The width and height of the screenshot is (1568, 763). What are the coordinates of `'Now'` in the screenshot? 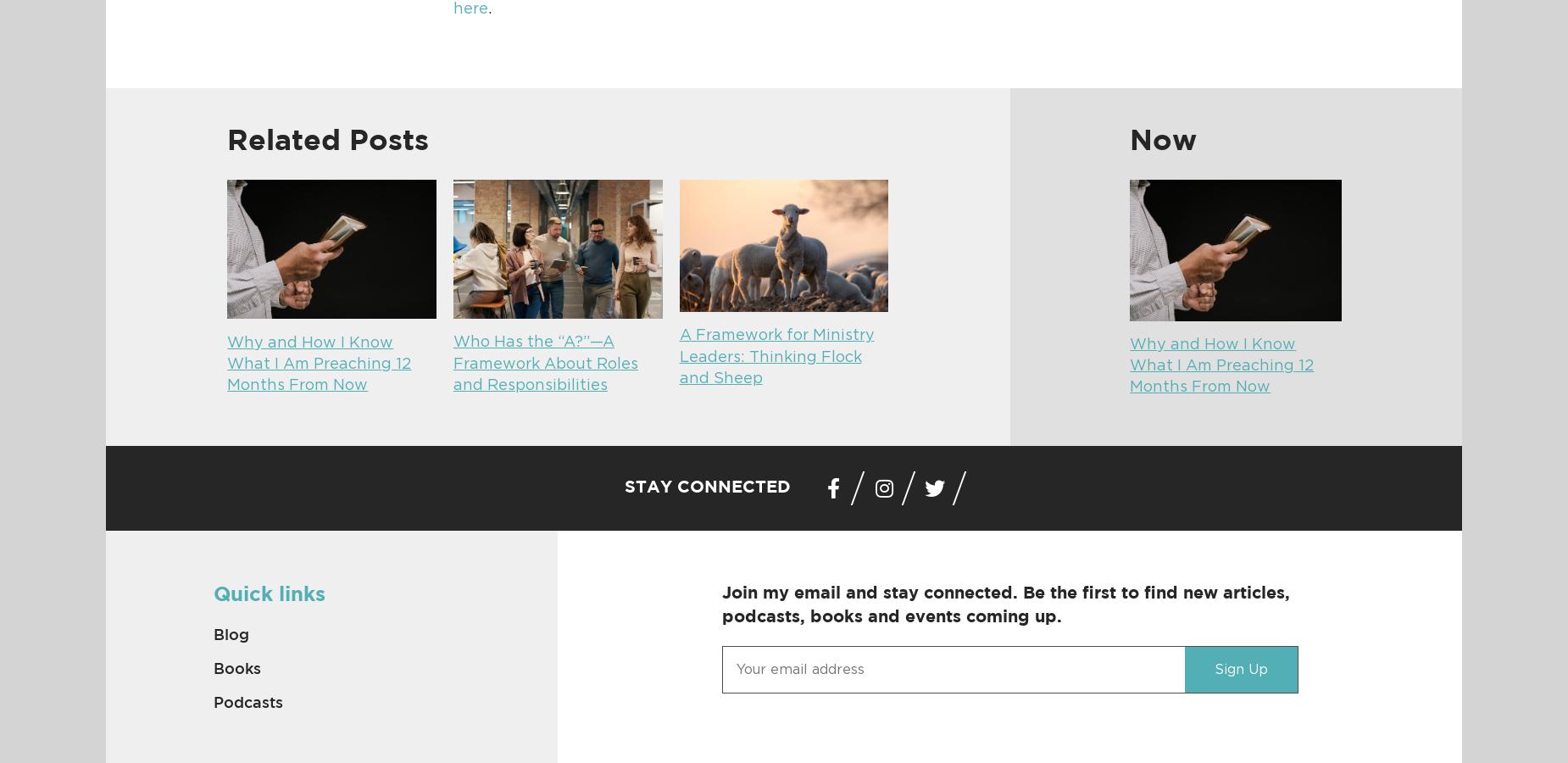 It's located at (1162, 140).